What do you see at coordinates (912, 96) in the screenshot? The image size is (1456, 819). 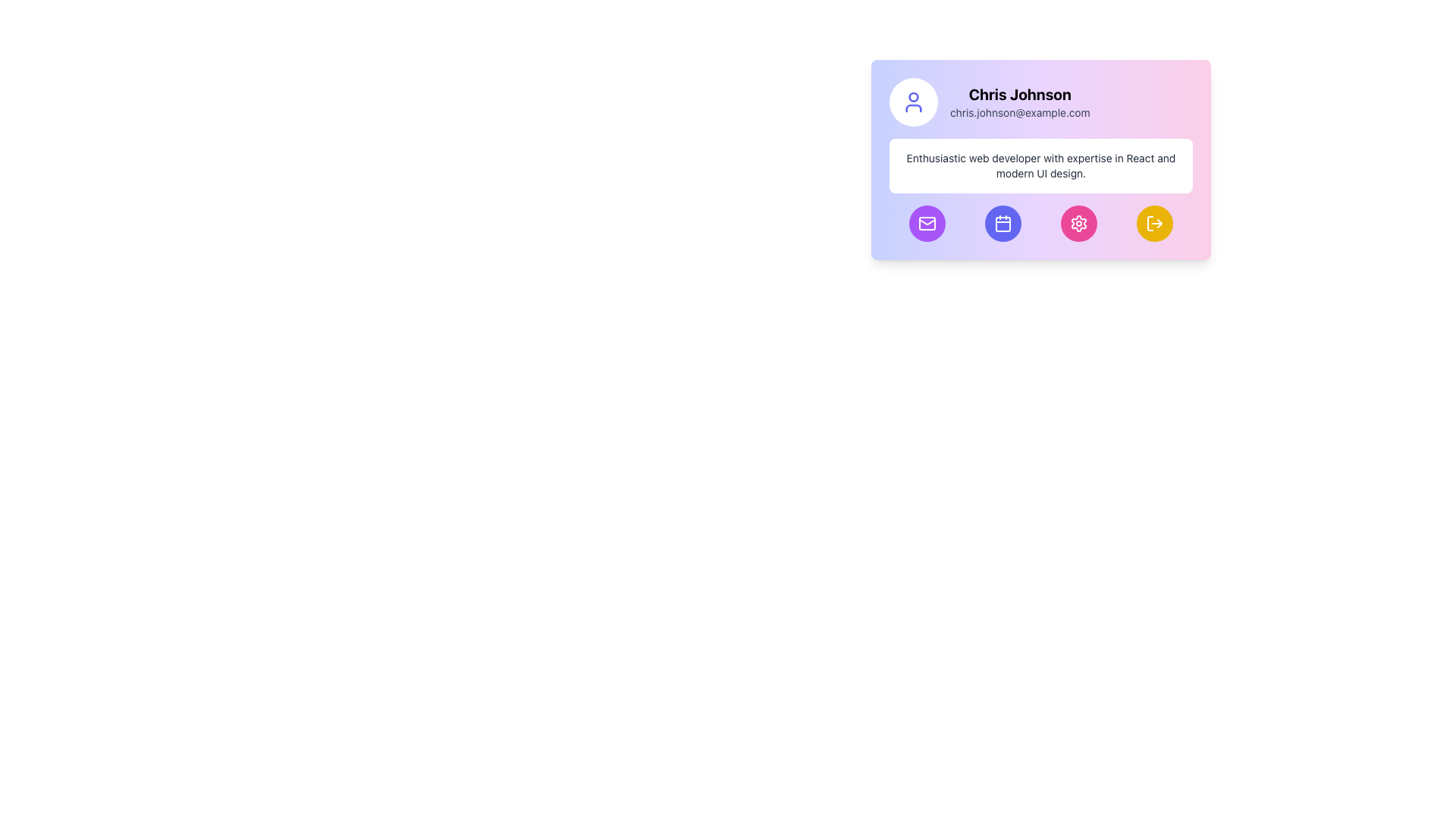 I see `the circular user profile icon representing the user's head, located at the top-left corner of the user information card` at bounding box center [912, 96].